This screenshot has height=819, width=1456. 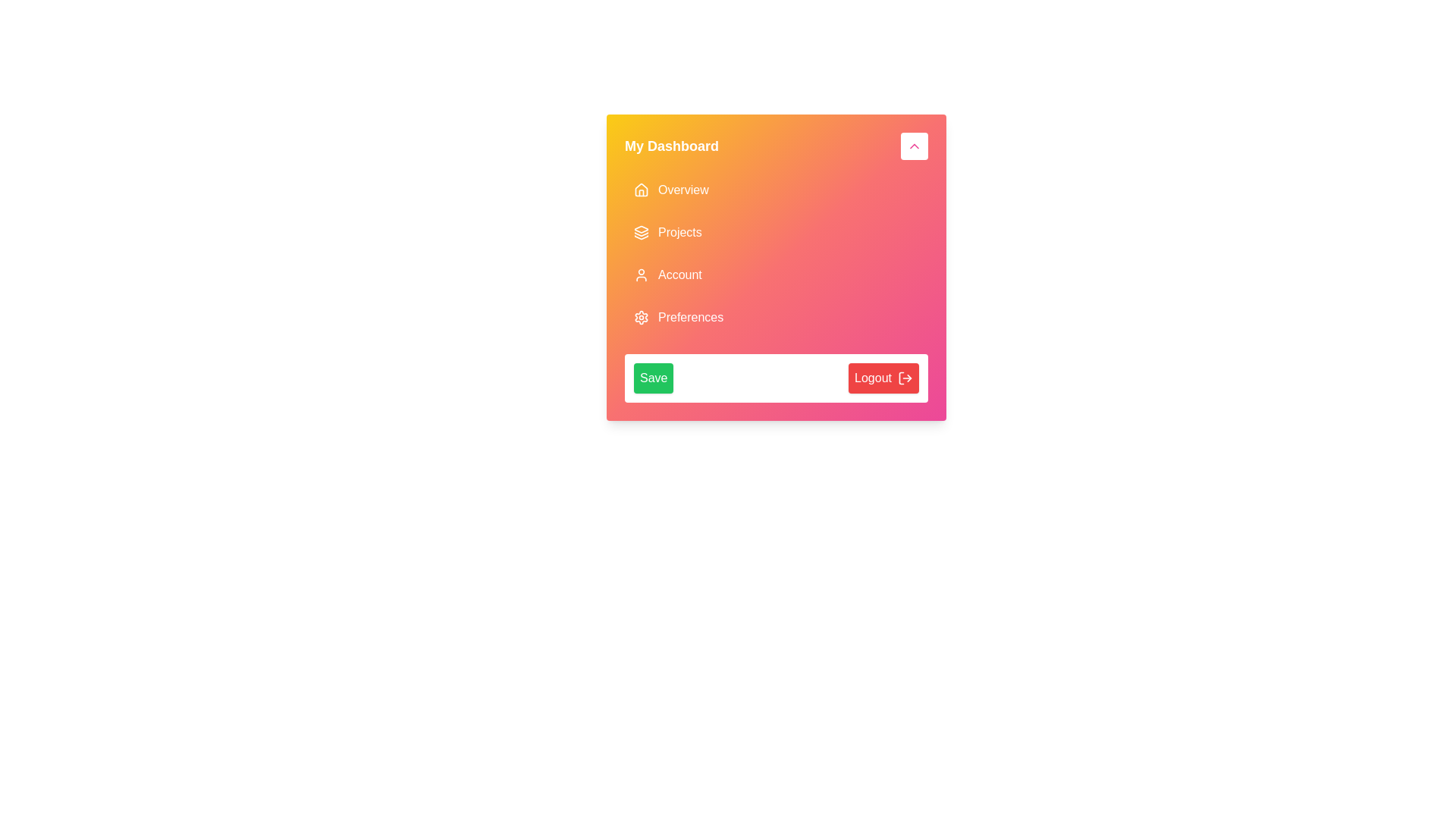 I want to click on the 'Overview' text label located in the menu below the 'My Dashboard' heading, so click(x=682, y=189).